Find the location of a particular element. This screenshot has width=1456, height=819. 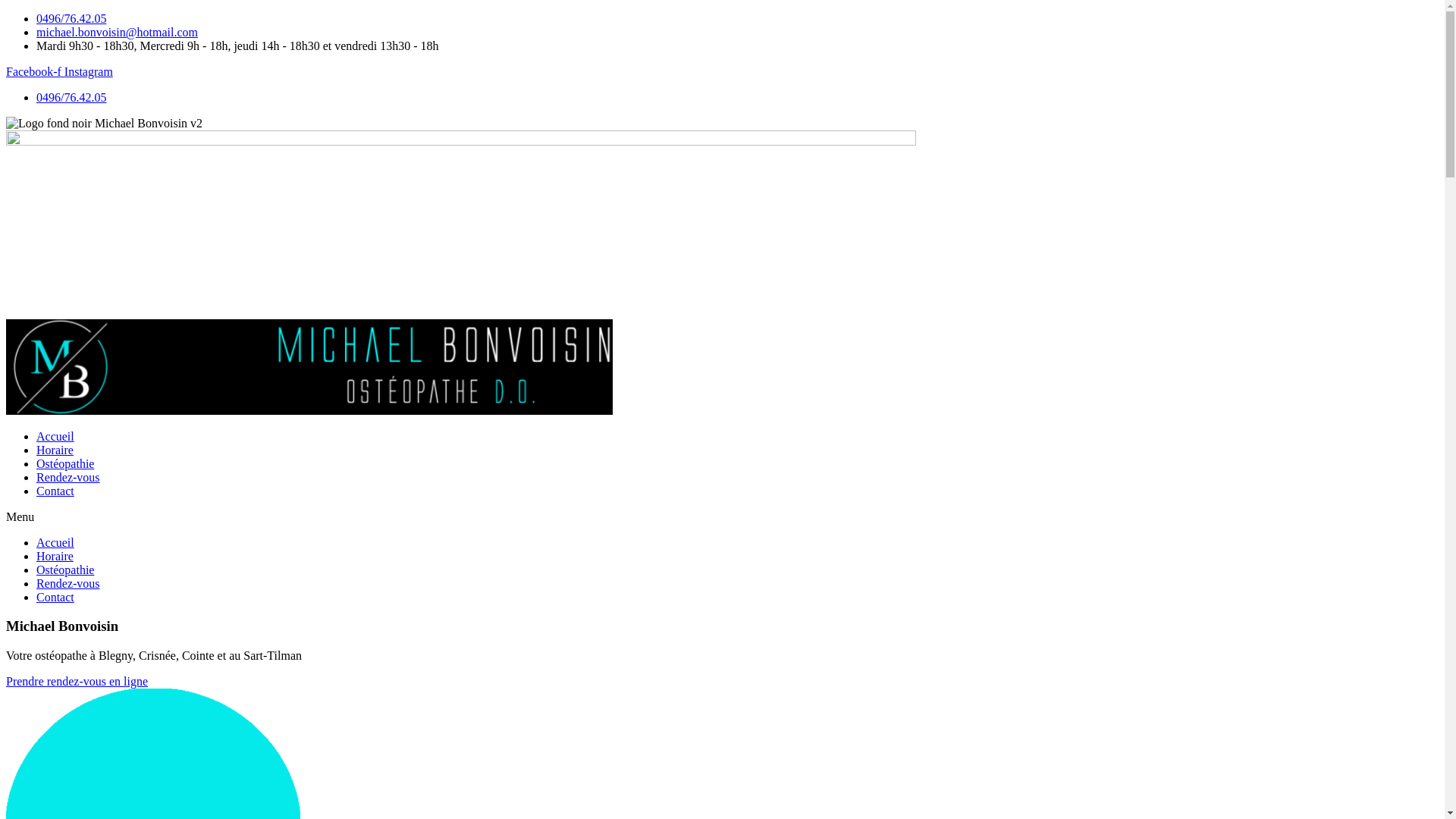

'Contact' is located at coordinates (55, 491).